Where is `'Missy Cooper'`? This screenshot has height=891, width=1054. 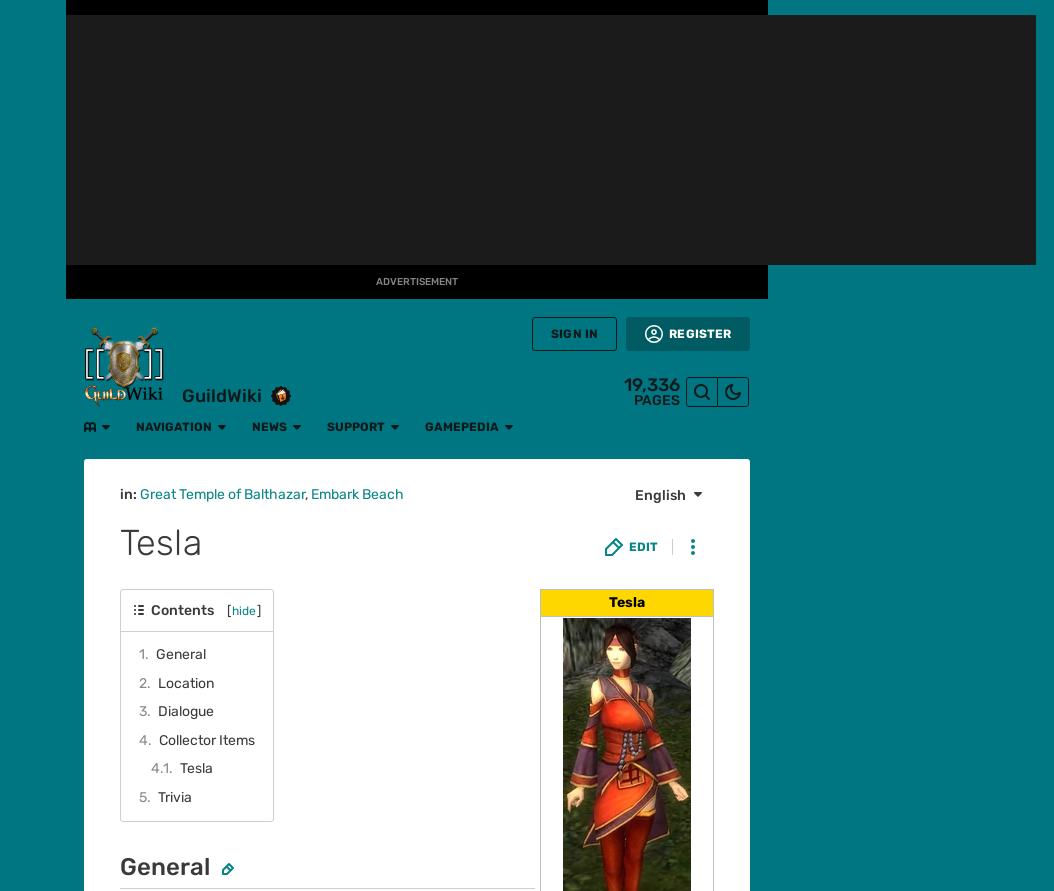 'Missy Cooper' is located at coordinates (137, 683).